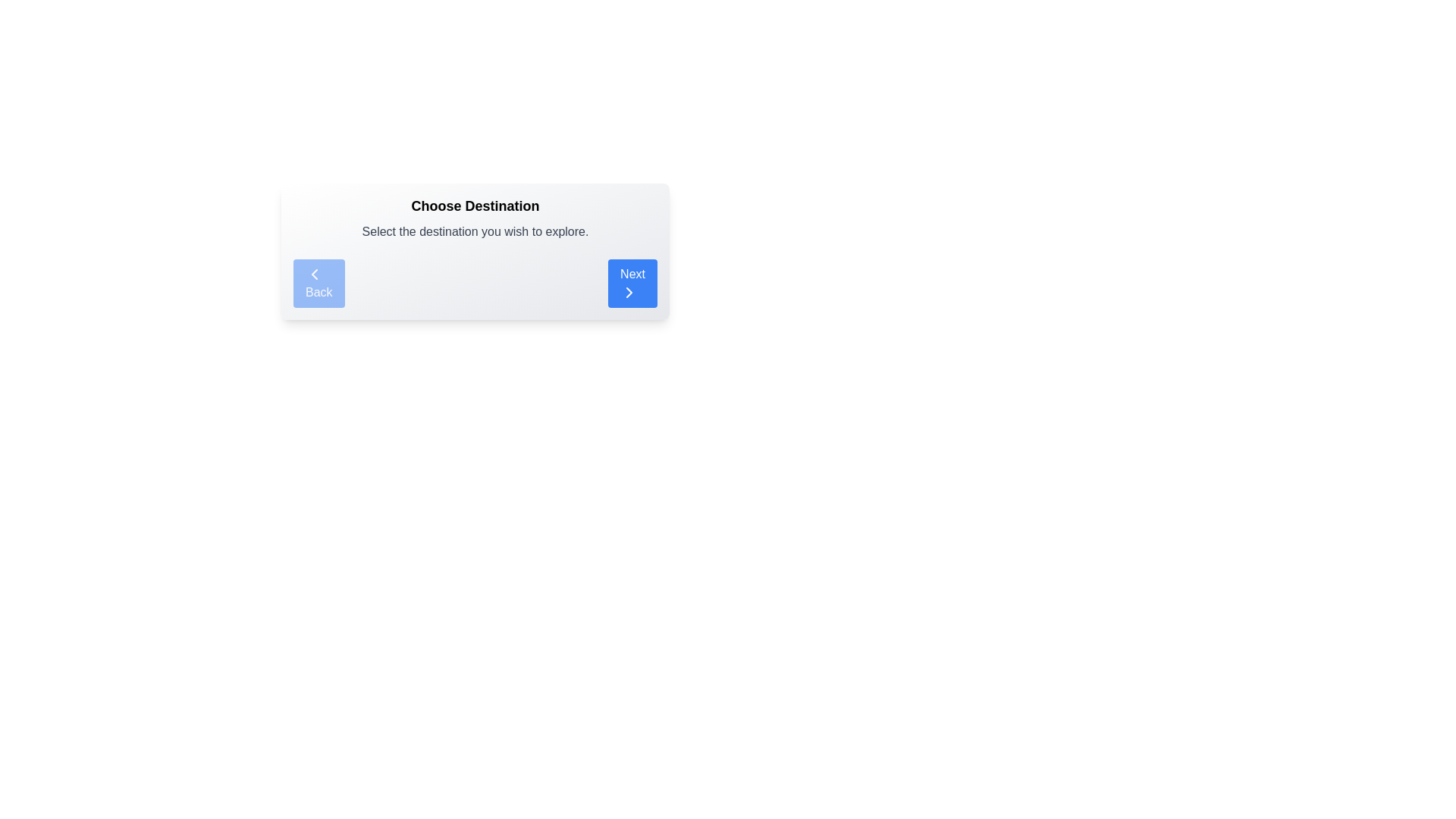 The height and width of the screenshot is (819, 1456). What do you see at coordinates (632, 284) in the screenshot?
I see `the blue 'Next' button with white text and a right-facing chevron icon to proceed` at bounding box center [632, 284].